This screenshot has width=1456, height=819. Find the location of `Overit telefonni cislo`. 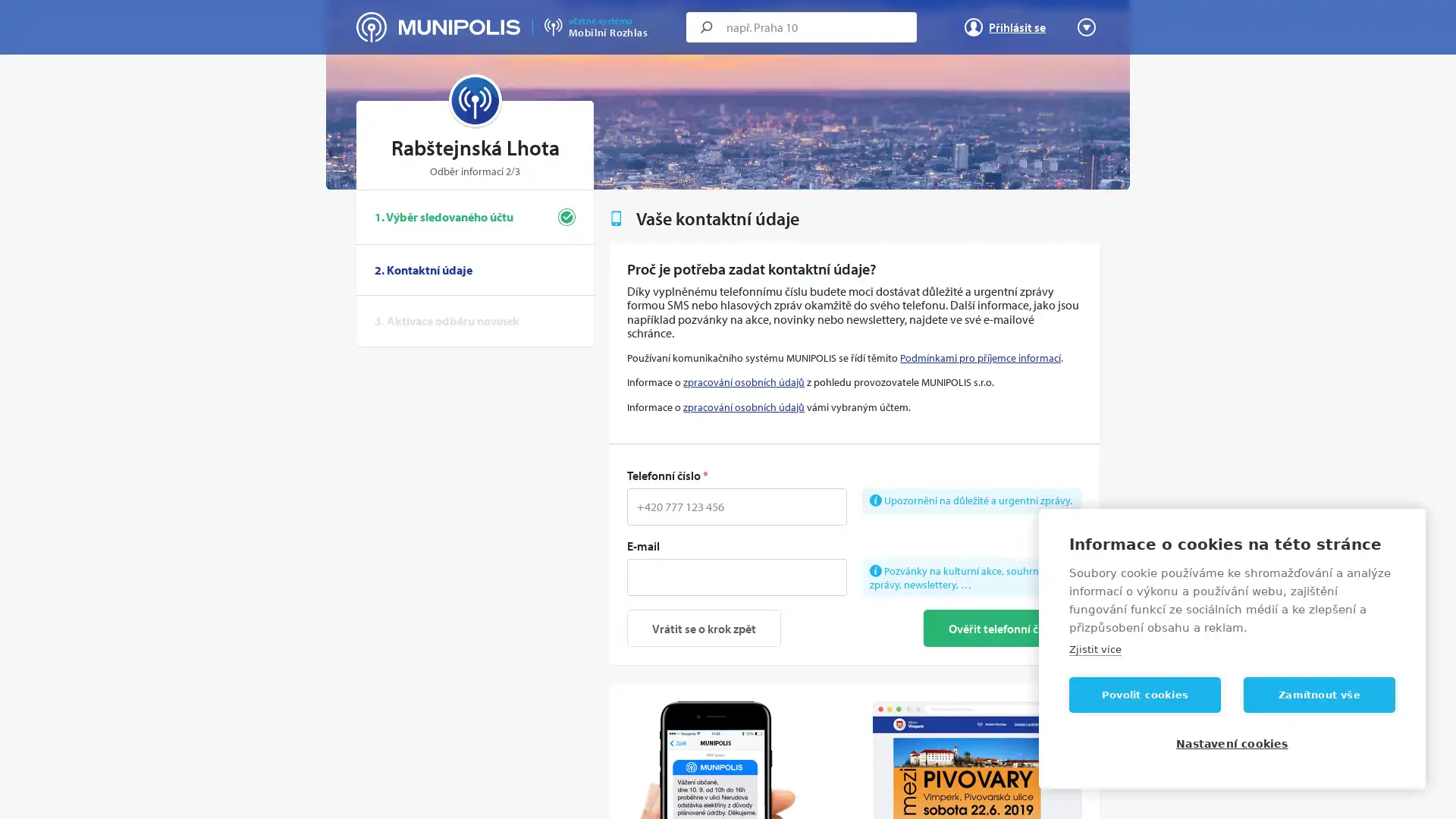

Overit telefonni cislo is located at coordinates (1001, 628).